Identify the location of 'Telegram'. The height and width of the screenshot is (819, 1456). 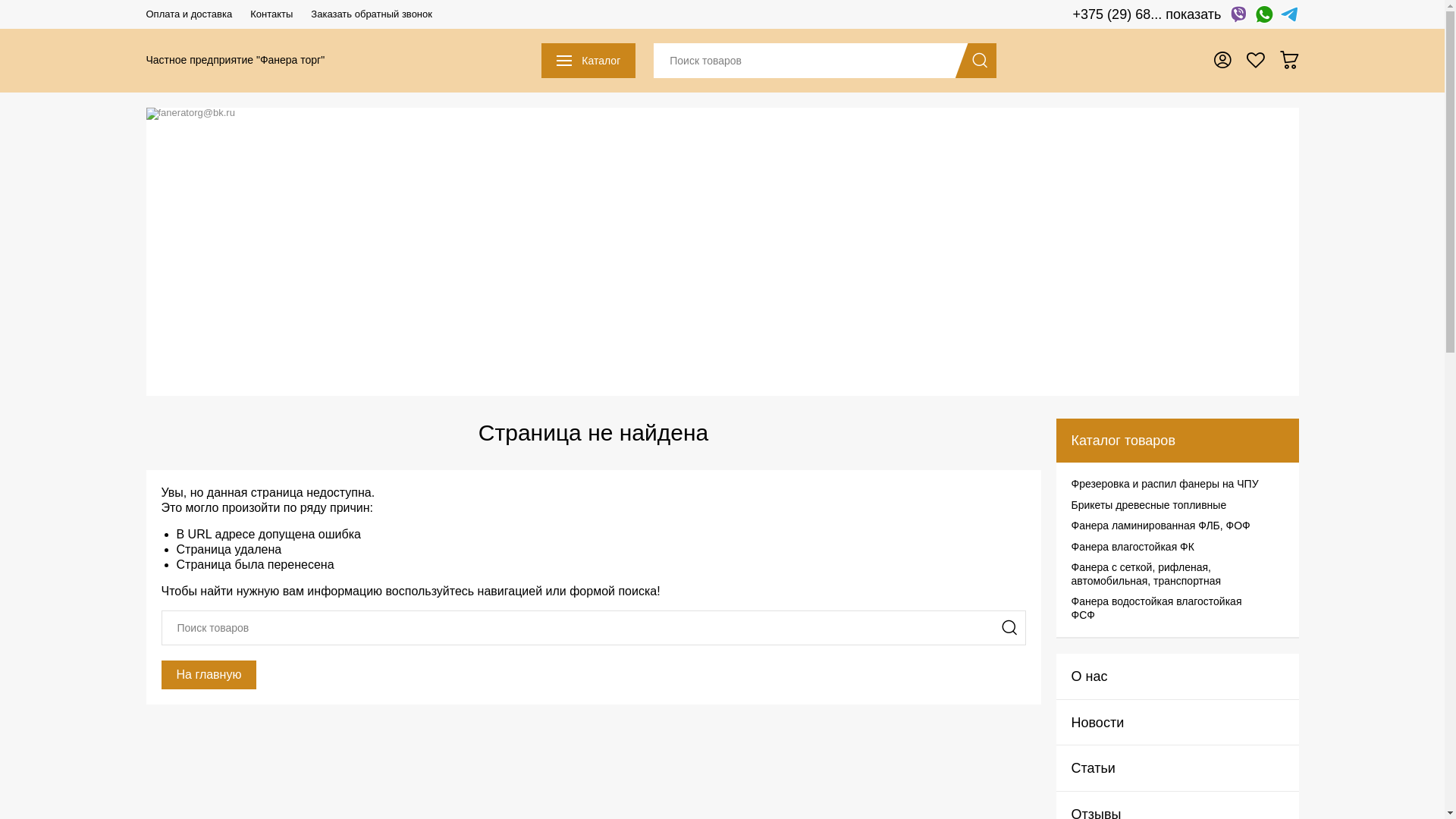
(1288, 14).